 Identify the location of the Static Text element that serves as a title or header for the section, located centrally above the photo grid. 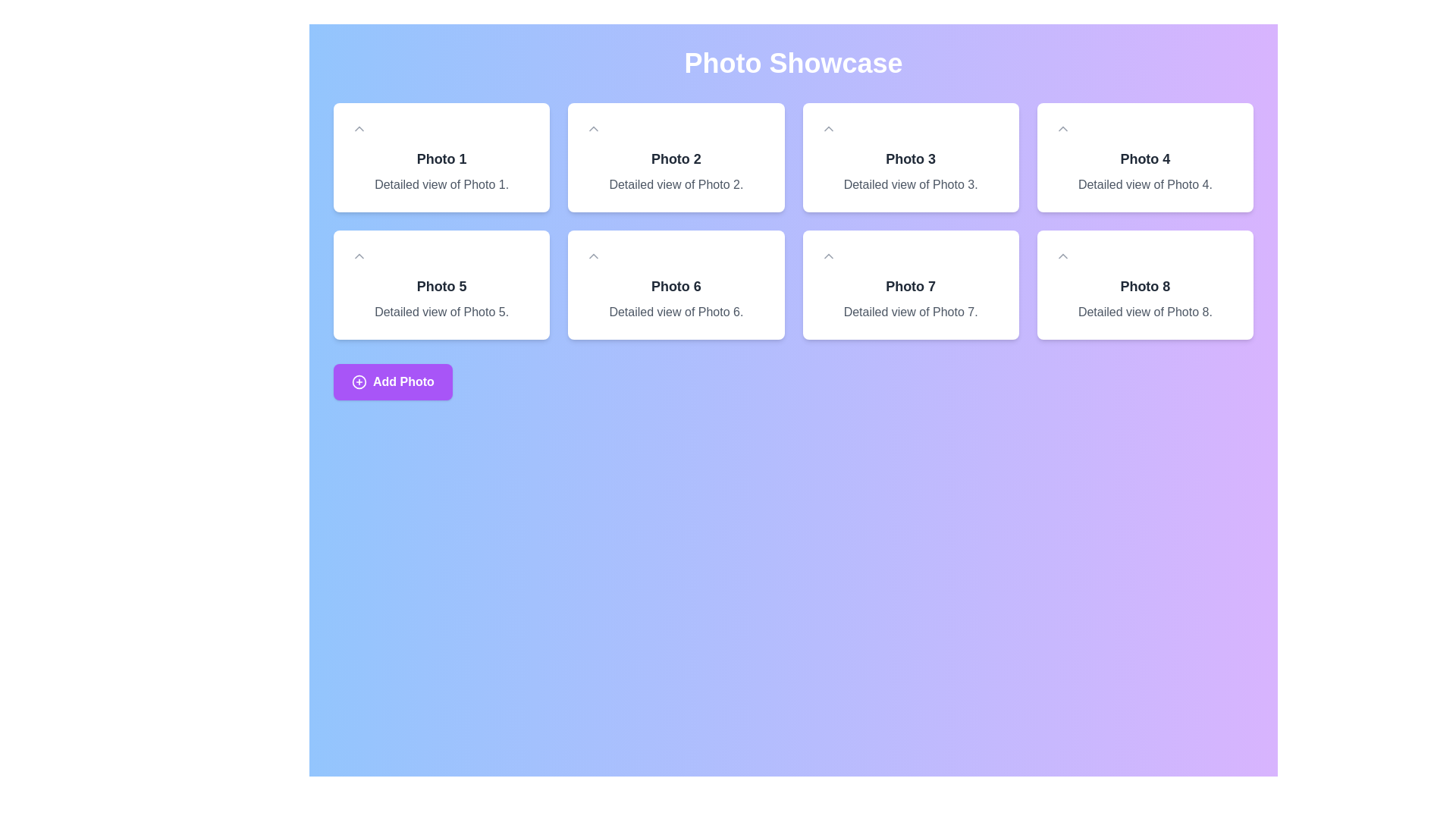
(792, 63).